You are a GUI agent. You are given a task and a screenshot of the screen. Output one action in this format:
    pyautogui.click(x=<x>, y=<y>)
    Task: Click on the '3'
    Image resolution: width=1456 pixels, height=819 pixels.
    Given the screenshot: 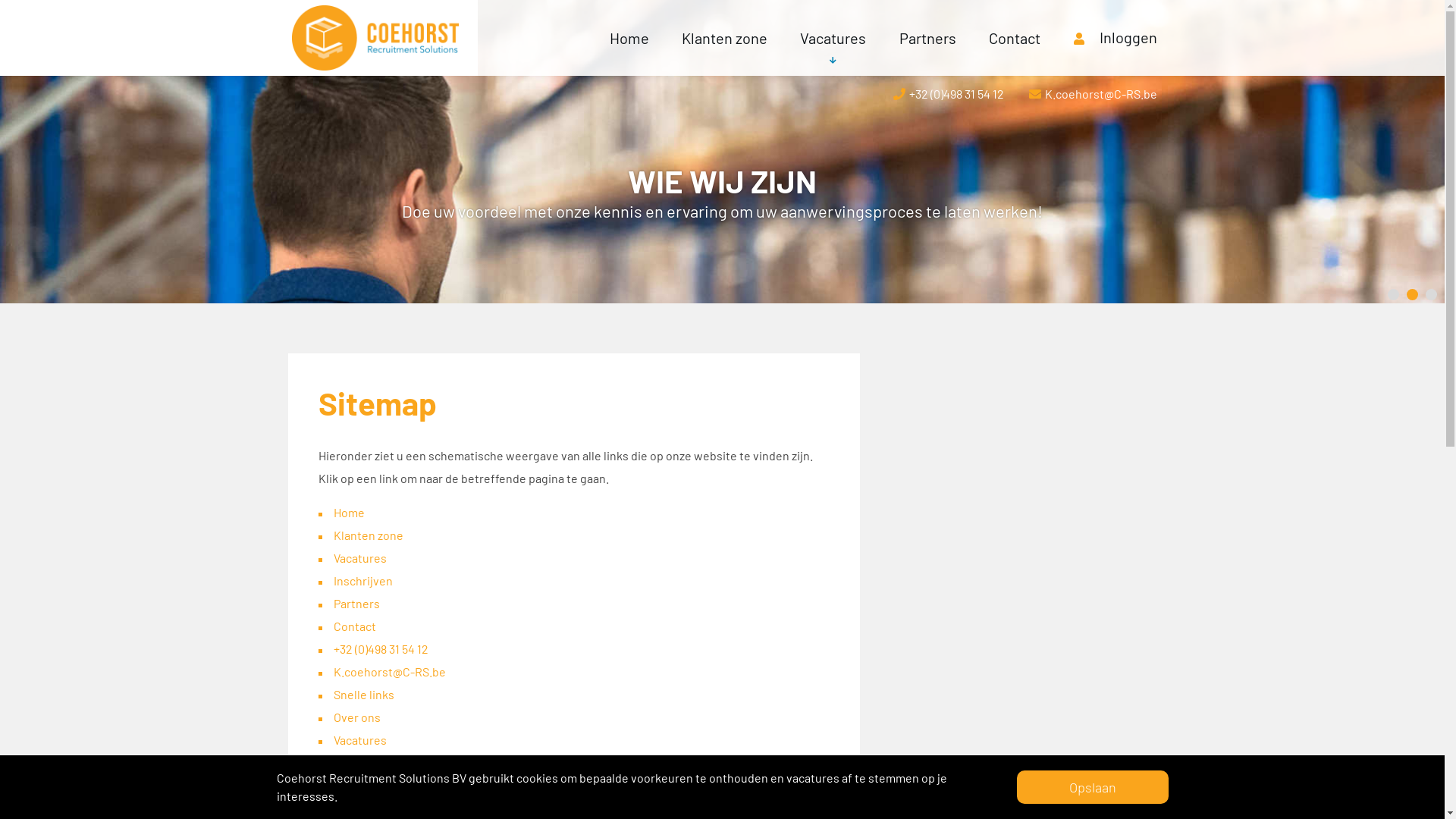 What is the action you would take?
    pyautogui.click(x=1425, y=294)
    